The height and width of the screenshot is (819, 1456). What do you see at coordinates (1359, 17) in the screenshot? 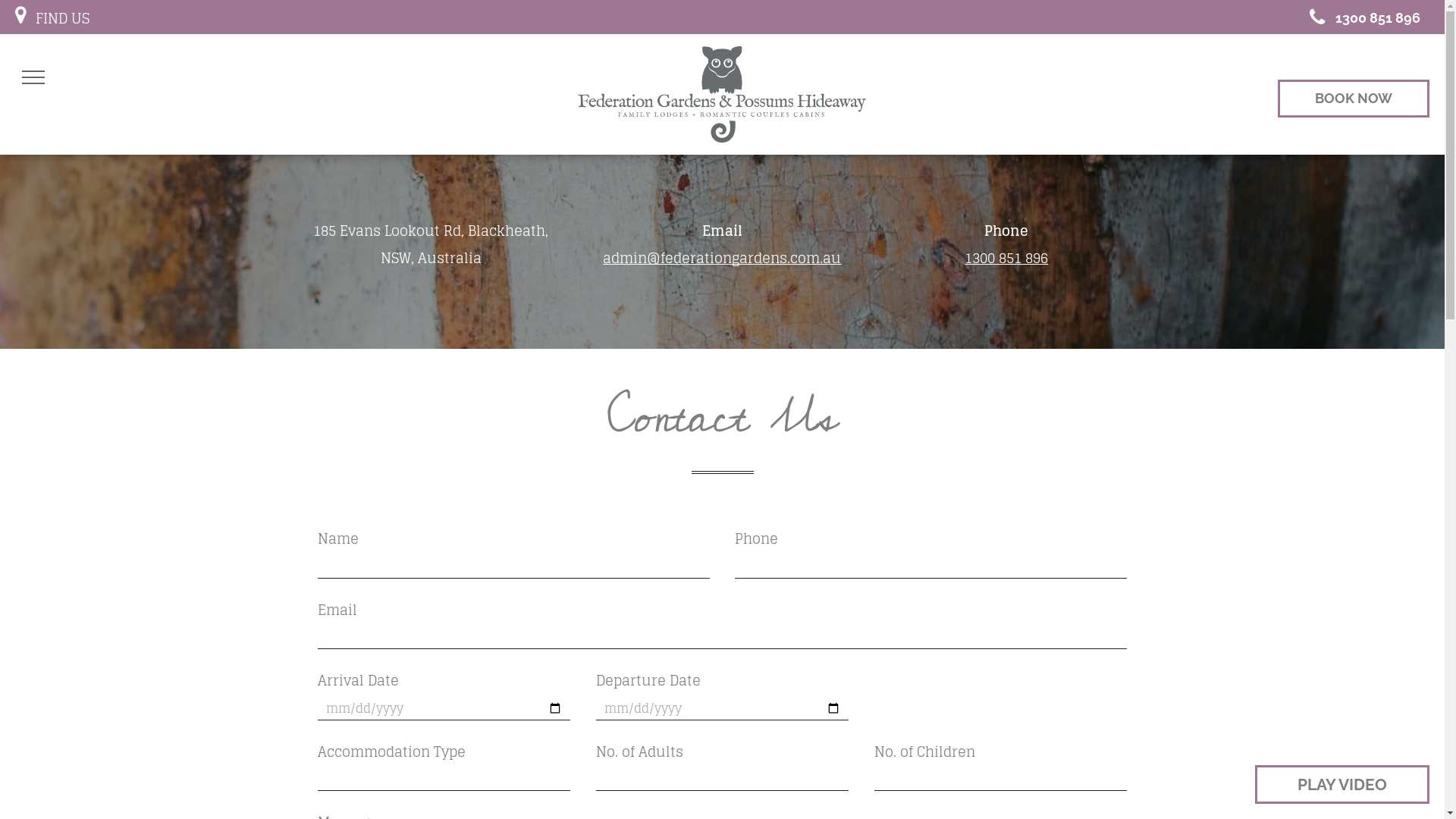
I see `'1300 851 896'` at bounding box center [1359, 17].